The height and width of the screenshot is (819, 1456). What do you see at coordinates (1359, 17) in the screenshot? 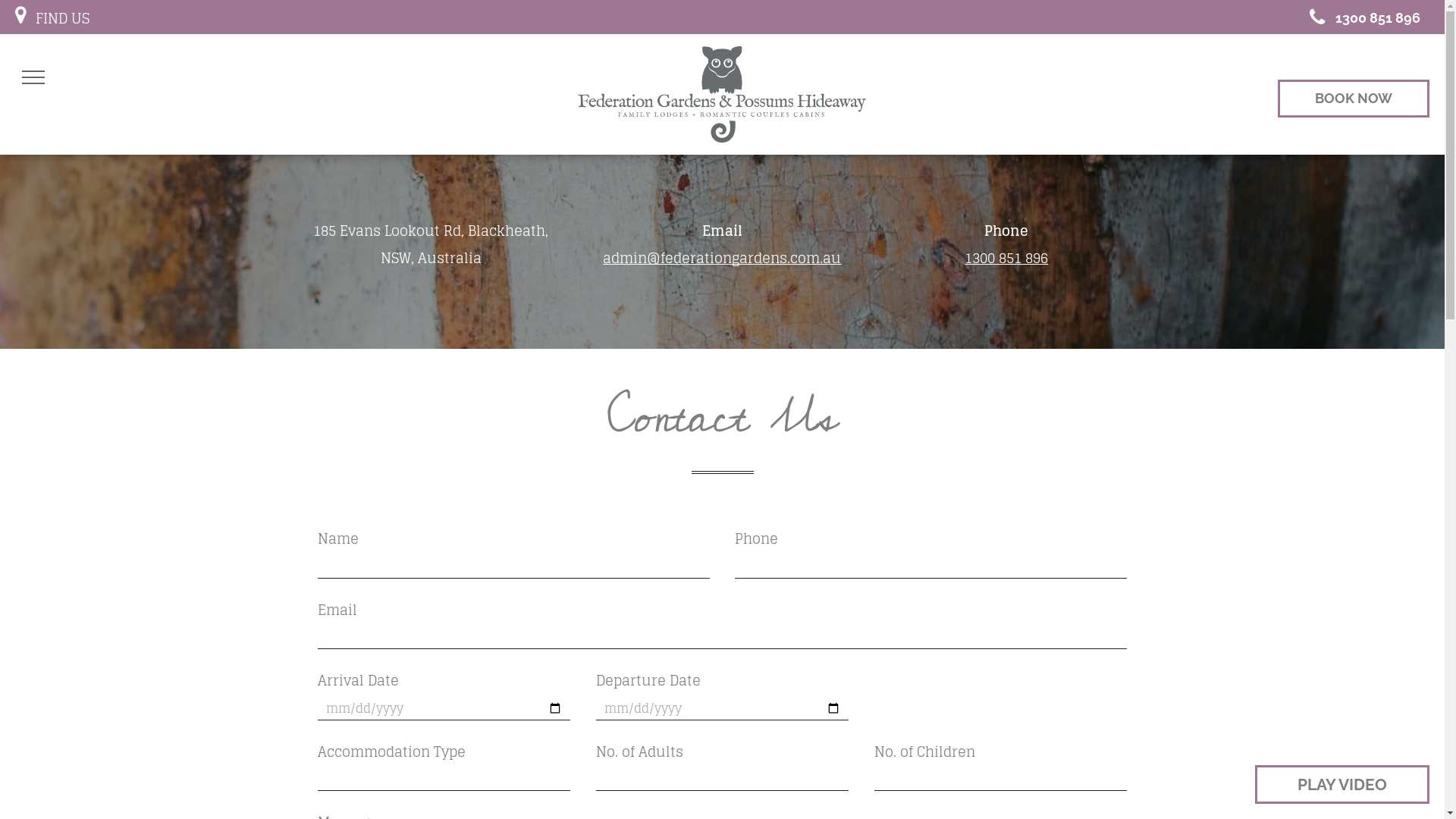
I see `'1300 851 896'` at bounding box center [1359, 17].